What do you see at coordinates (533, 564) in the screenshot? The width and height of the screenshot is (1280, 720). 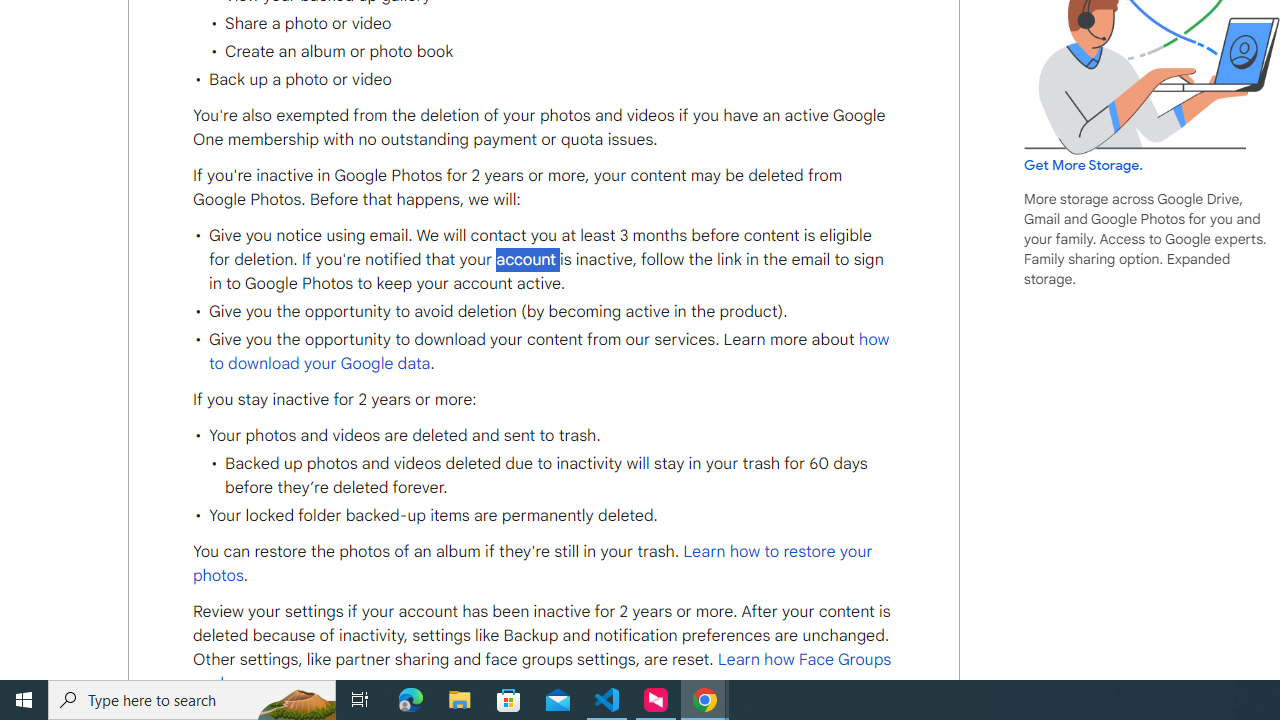 I see `'Learn how to restore your photos'` at bounding box center [533, 564].